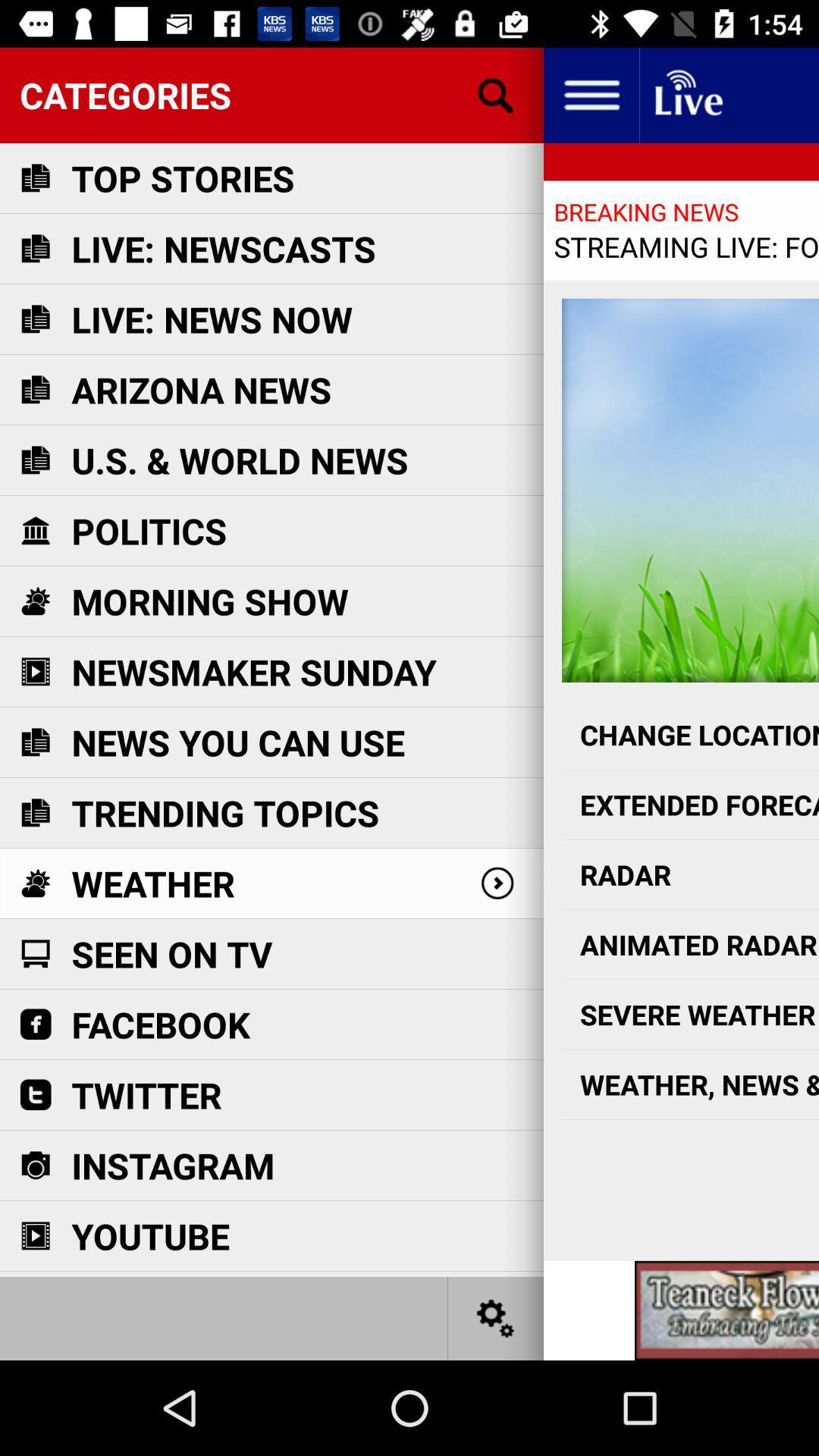 The width and height of the screenshot is (819, 1456). I want to click on the news you can use icon, so click(34, 742).